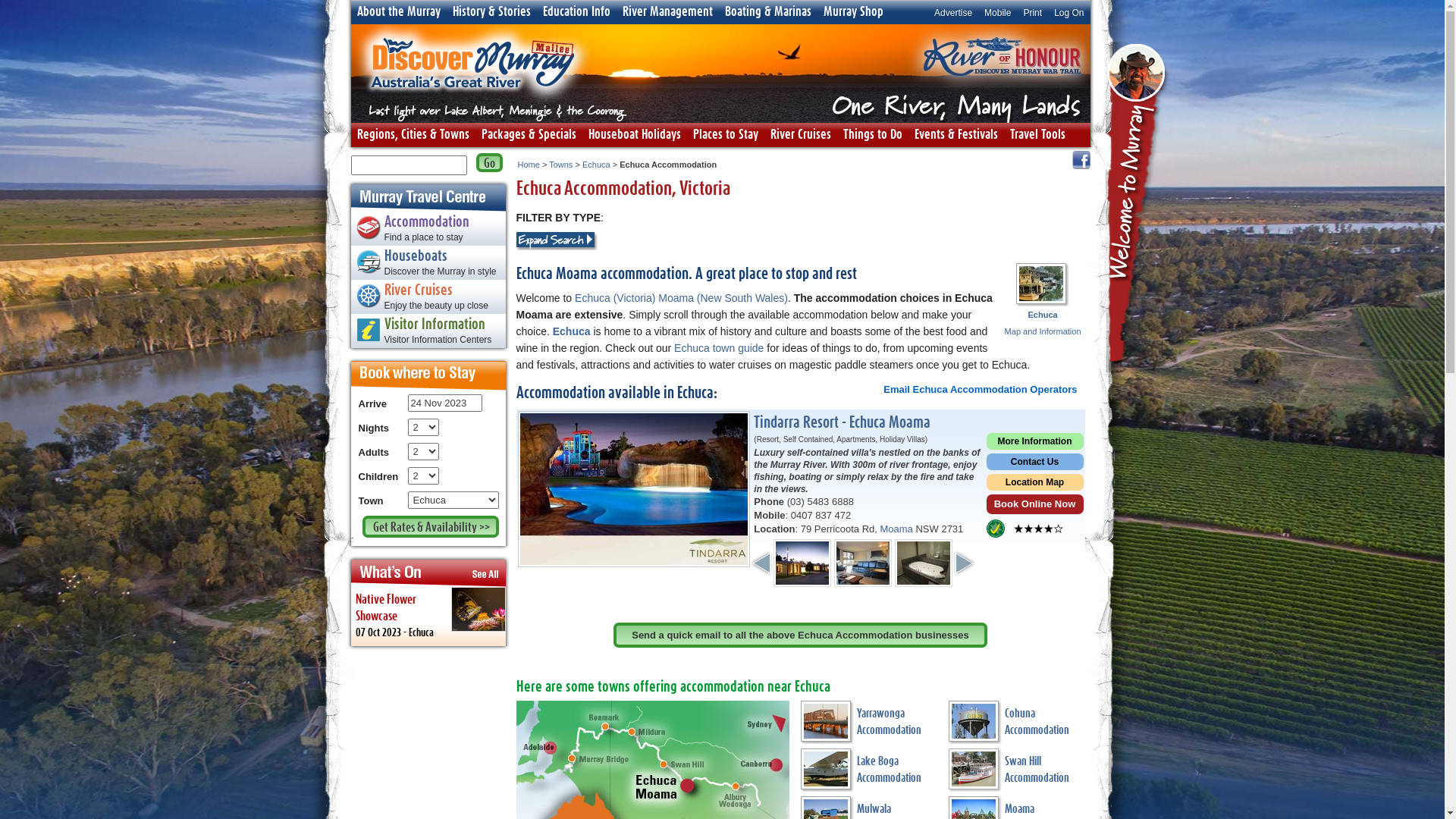  What do you see at coordinates (1033, 484) in the screenshot?
I see `'Location Map'` at bounding box center [1033, 484].